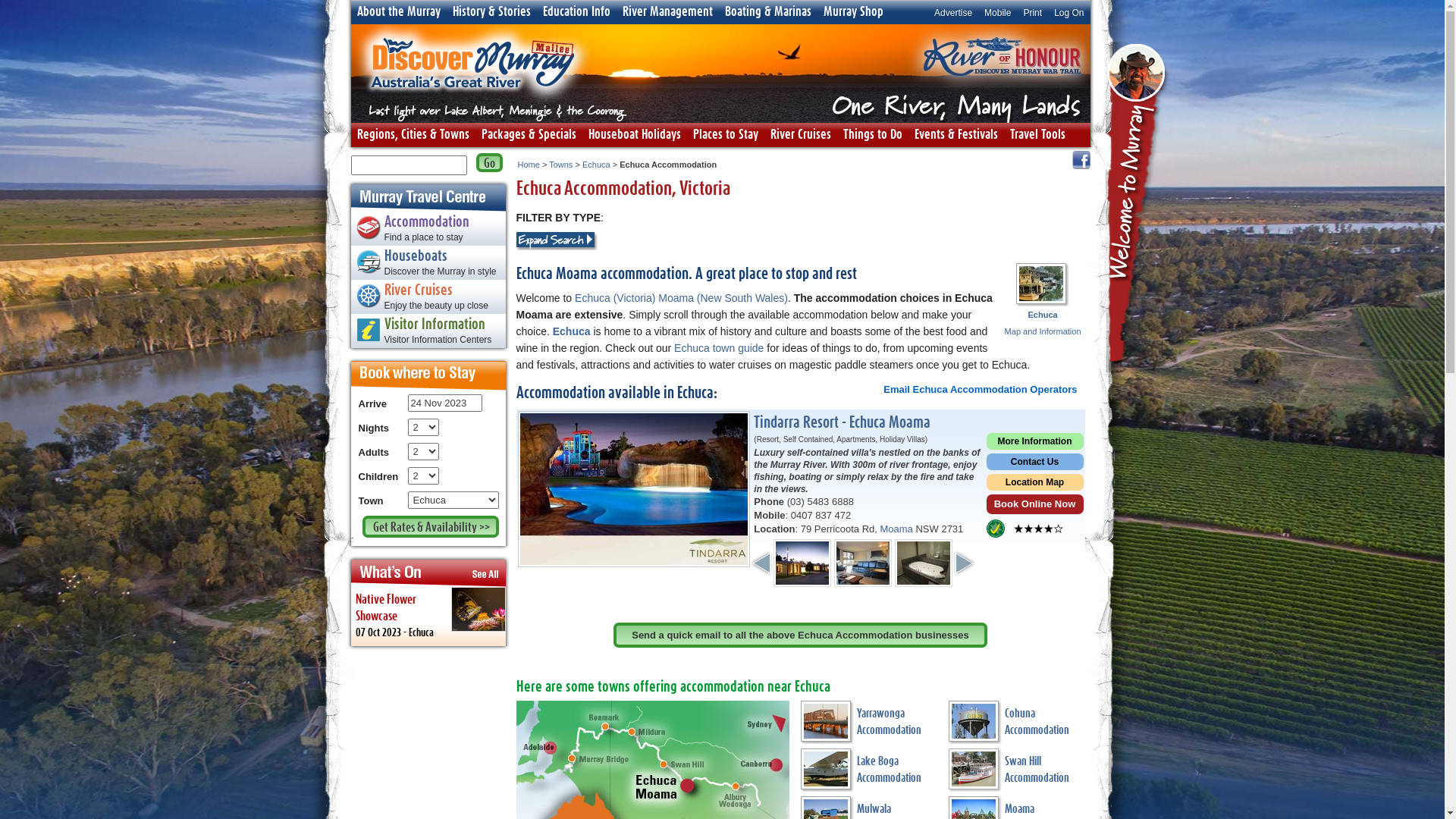  What do you see at coordinates (1033, 484) in the screenshot?
I see `'Location Map'` at bounding box center [1033, 484].